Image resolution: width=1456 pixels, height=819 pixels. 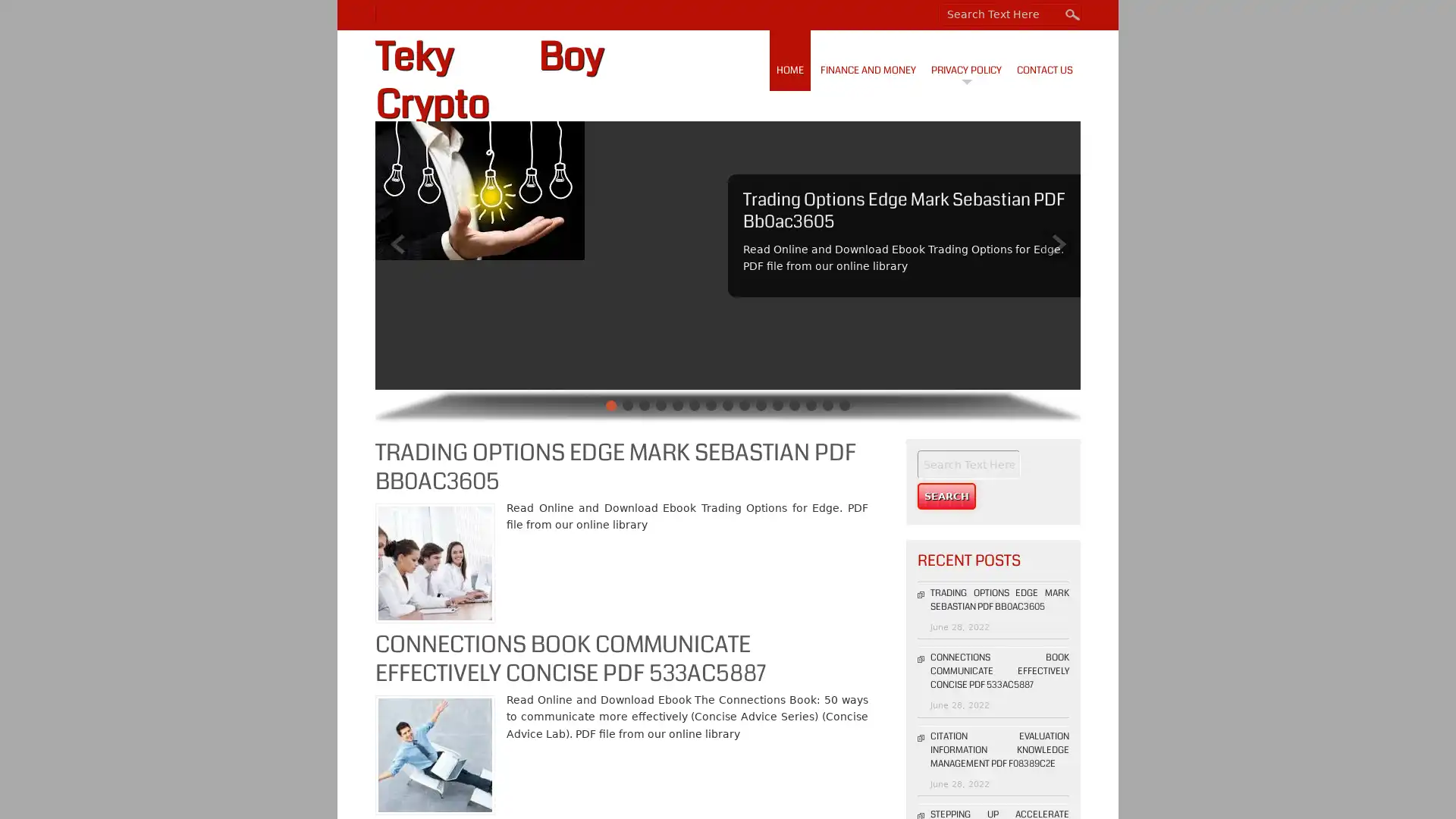 I want to click on Search, so click(x=946, y=496).